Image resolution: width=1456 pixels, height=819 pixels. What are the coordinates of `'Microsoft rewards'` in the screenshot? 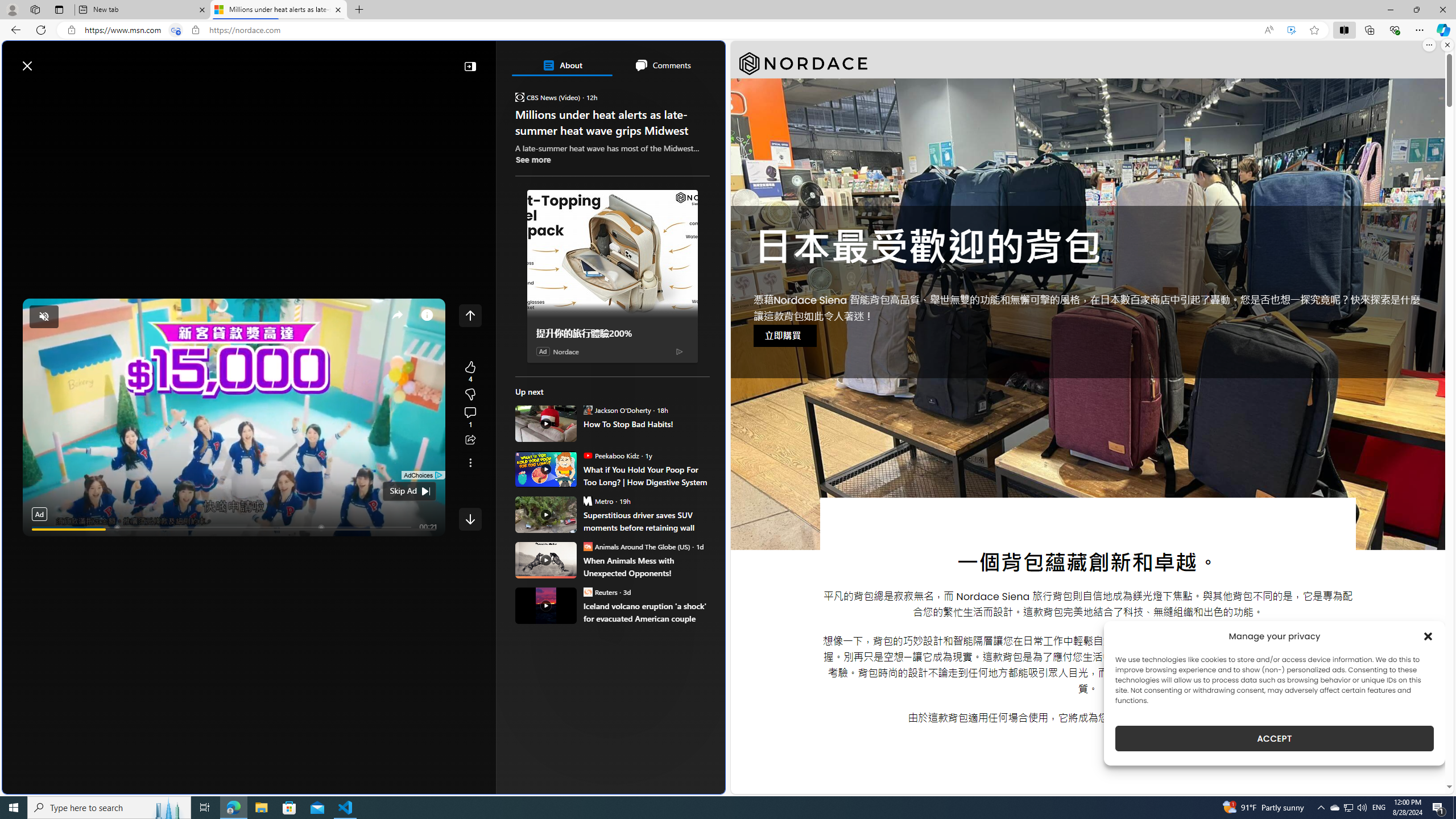 It's located at (653, 60).